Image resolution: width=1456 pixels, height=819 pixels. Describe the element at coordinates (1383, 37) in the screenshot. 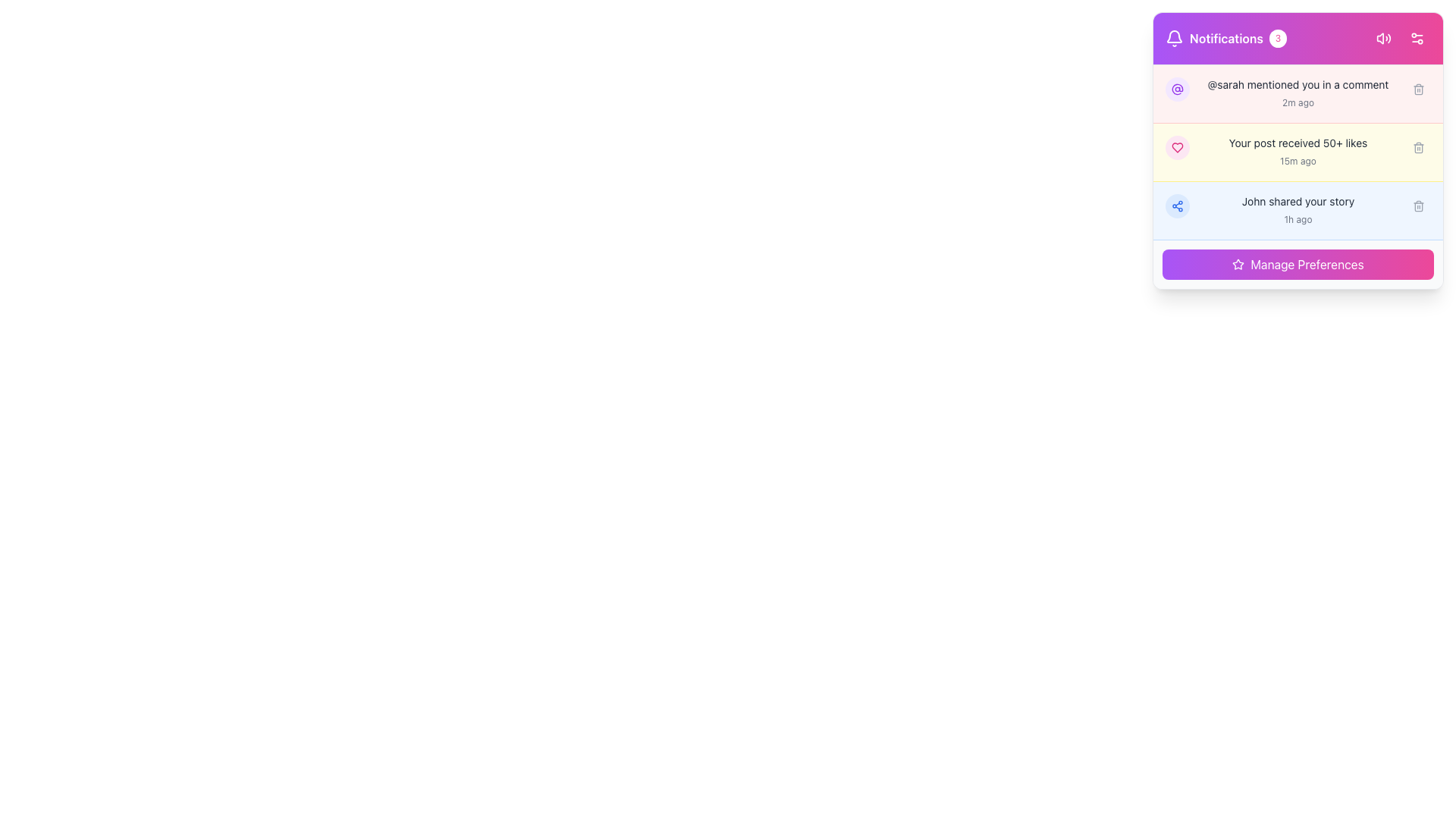

I see `the speaker icon button with sound waves` at that location.